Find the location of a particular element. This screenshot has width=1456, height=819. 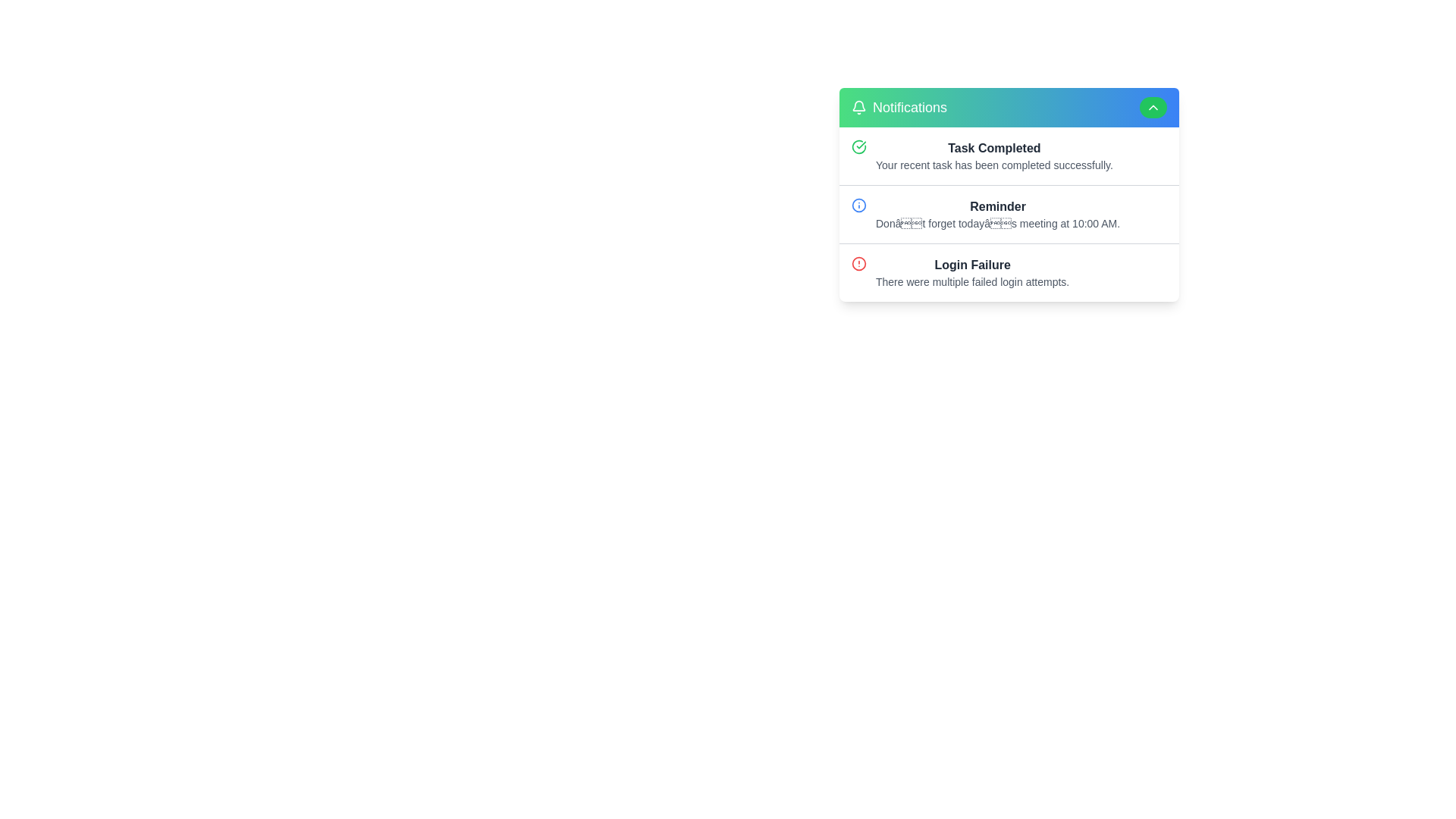

the bell icon, which is a thin, gray stroke-based graphical element located near the top-left corner of the notifications area is located at coordinates (858, 105).